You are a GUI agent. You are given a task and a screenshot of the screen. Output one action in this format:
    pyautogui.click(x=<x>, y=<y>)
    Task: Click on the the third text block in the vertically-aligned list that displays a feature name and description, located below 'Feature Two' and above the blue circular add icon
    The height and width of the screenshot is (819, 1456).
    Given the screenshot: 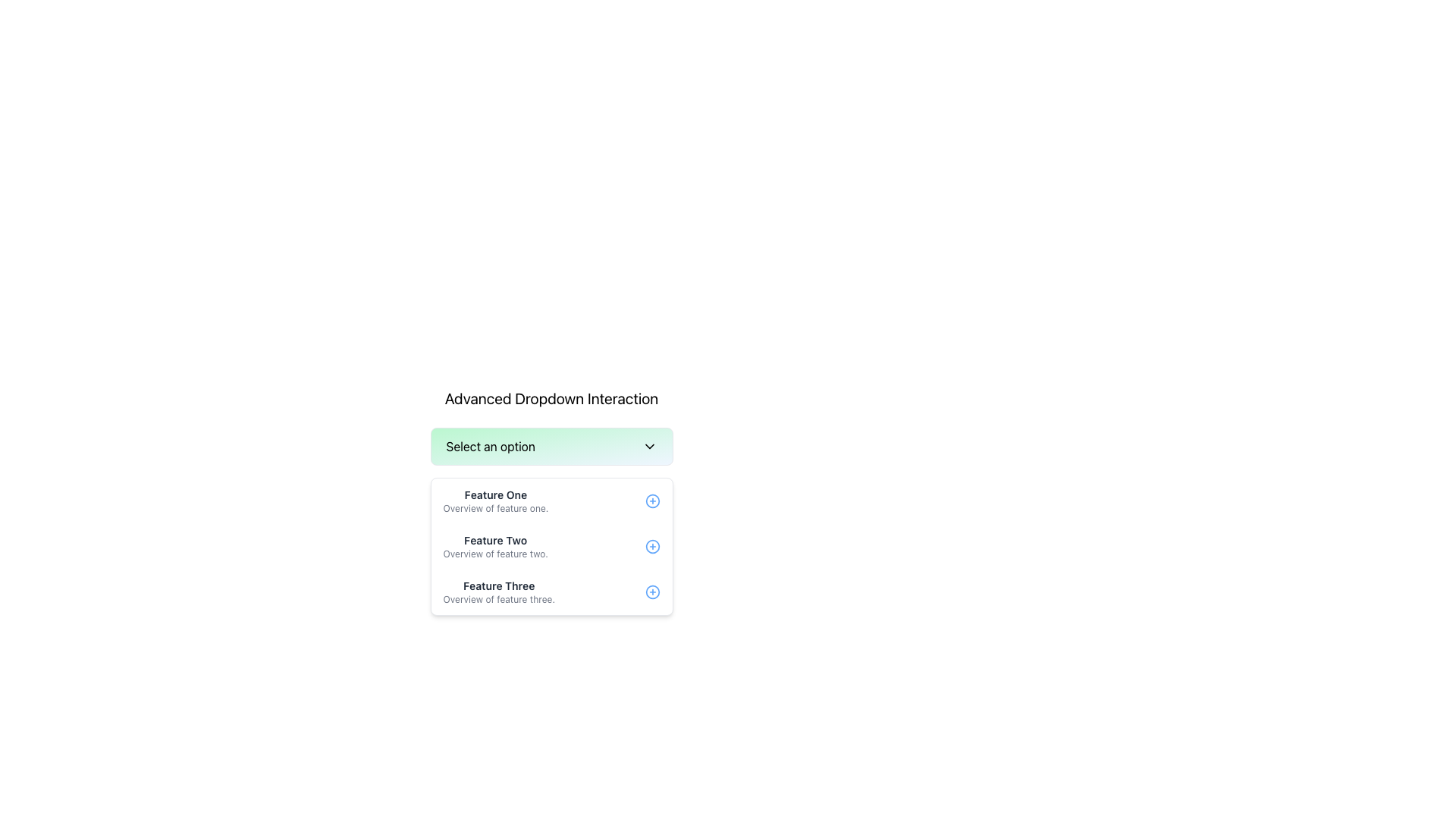 What is the action you would take?
    pyautogui.click(x=499, y=591)
    